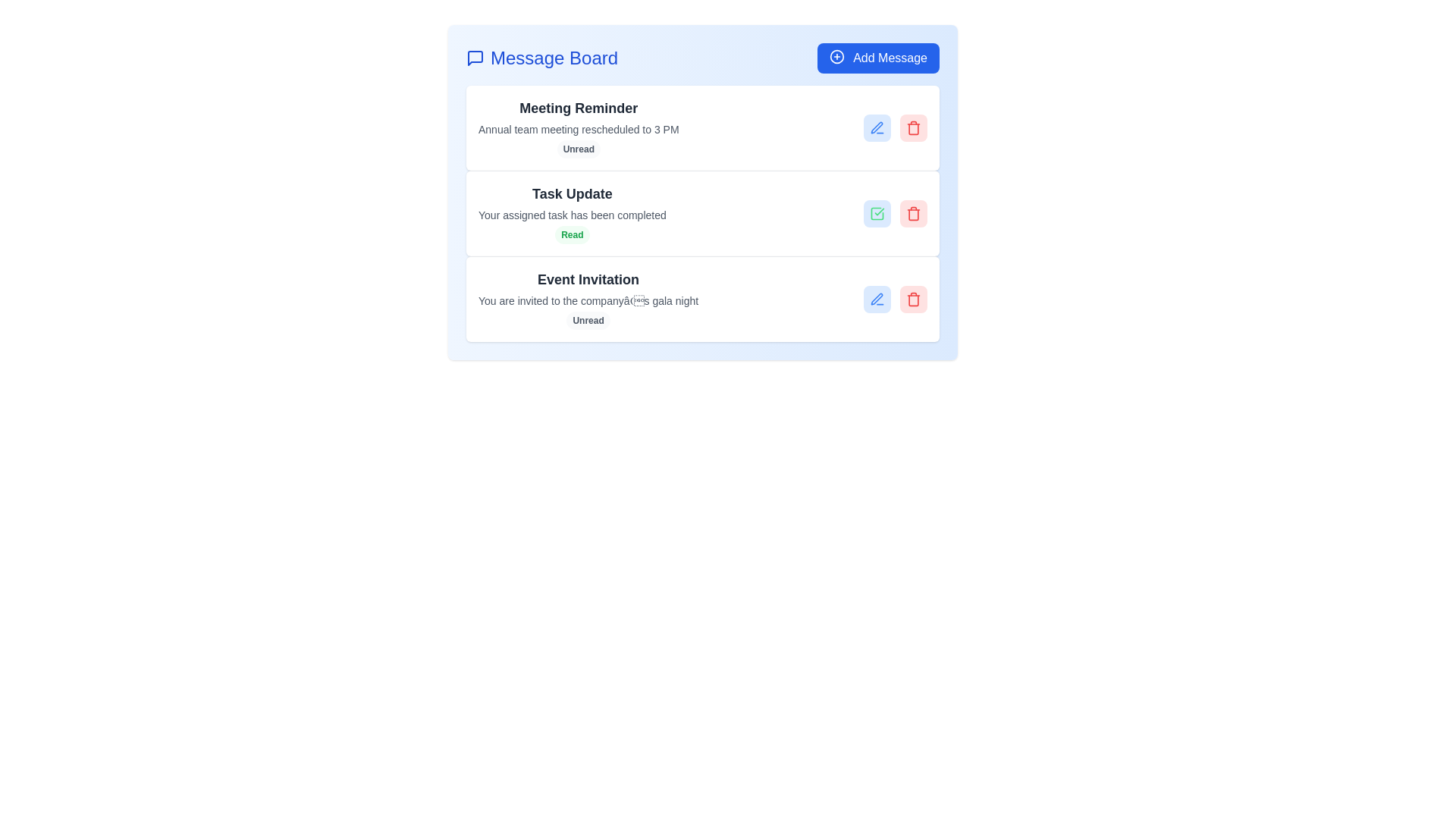  What do you see at coordinates (877, 127) in the screenshot?
I see `the 'Edit' icon button in the third row of the 'Event Invitation' message board` at bounding box center [877, 127].